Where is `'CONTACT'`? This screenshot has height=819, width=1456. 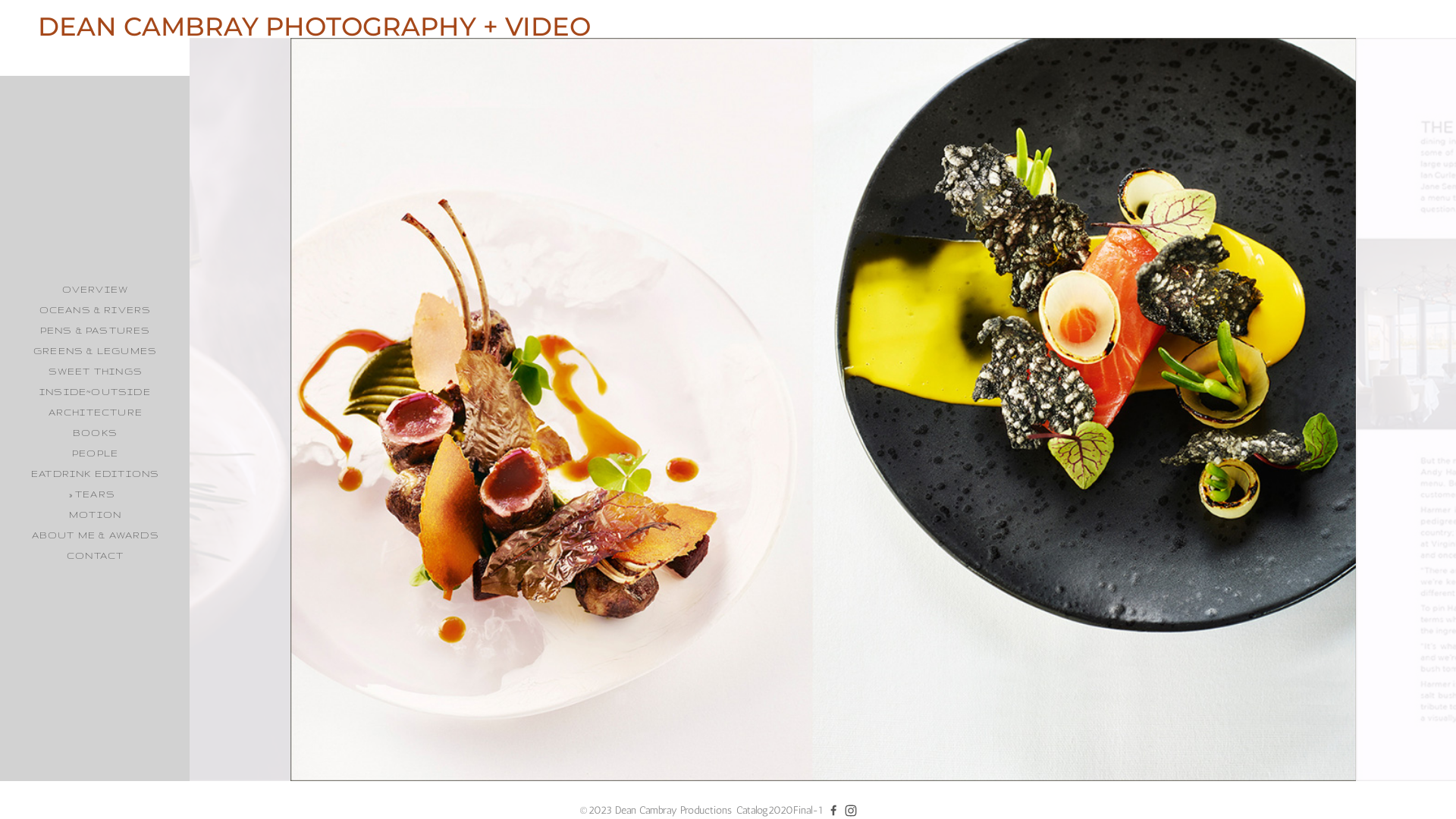 'CONTACT' is located at coordinates (94, 555).